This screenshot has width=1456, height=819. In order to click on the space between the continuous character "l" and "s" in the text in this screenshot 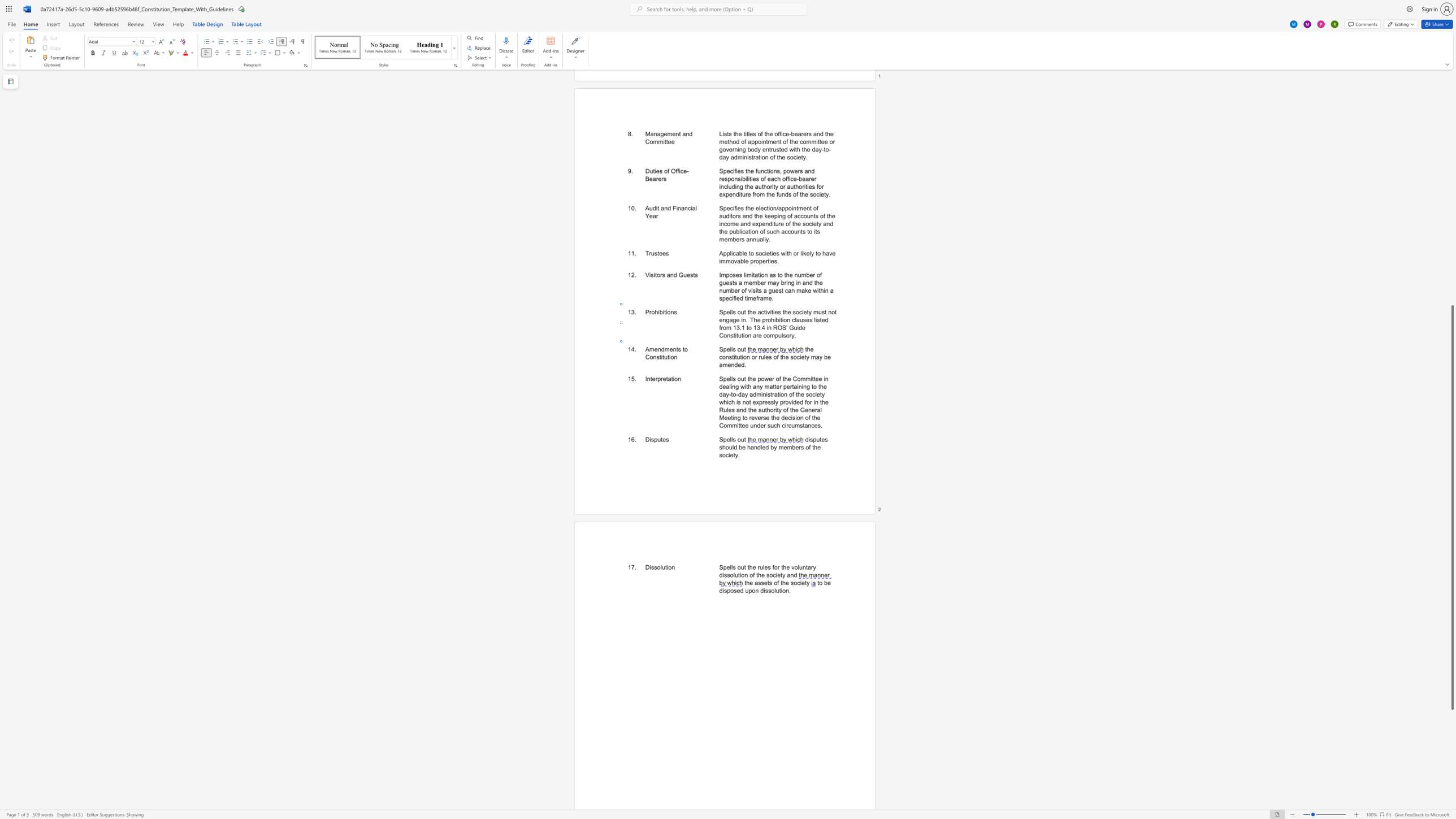, I will do `click(733, 439)`.